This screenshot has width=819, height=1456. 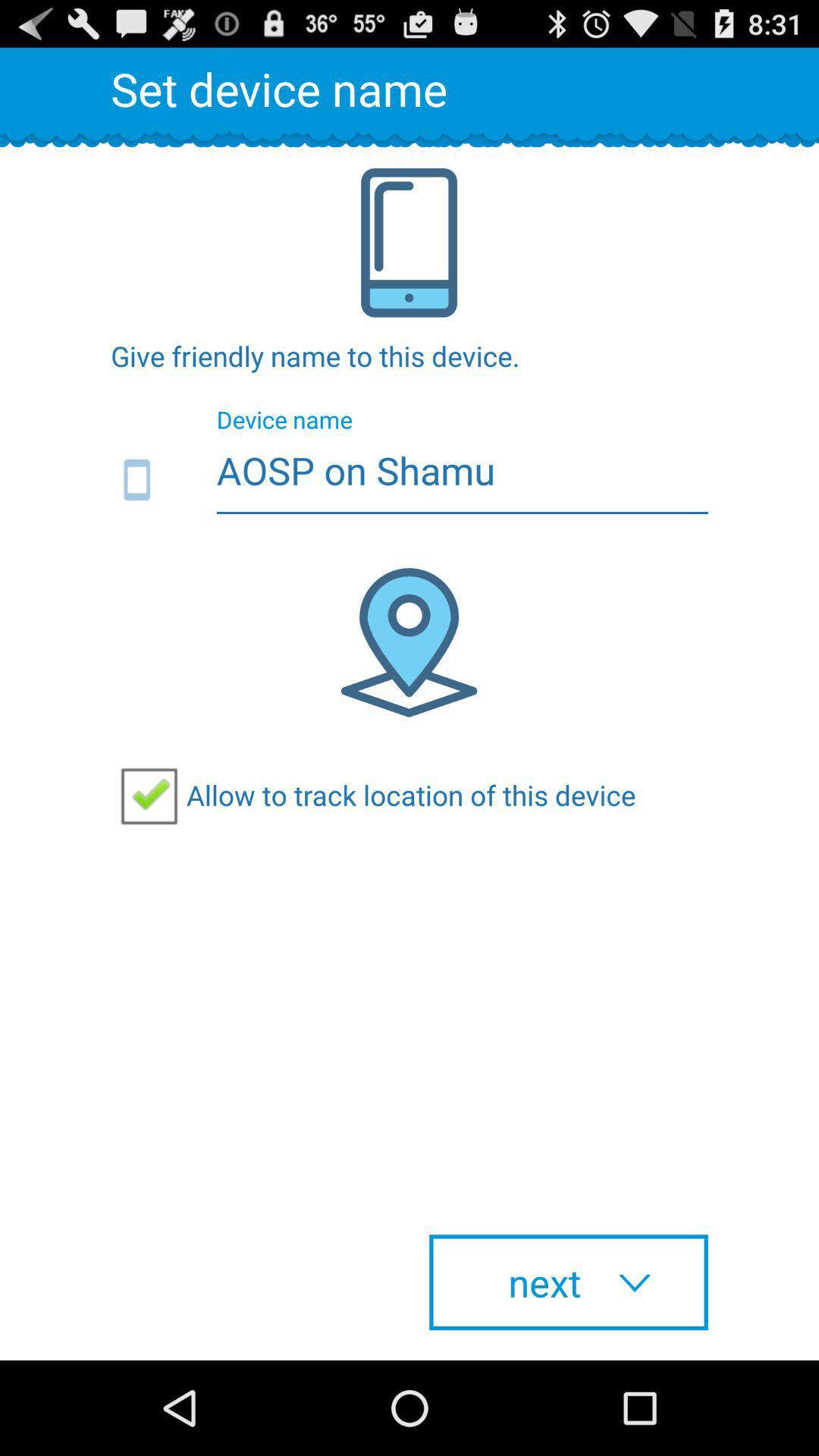 I want to click on the aosp on shamu icon, so click(x=409, y=480).